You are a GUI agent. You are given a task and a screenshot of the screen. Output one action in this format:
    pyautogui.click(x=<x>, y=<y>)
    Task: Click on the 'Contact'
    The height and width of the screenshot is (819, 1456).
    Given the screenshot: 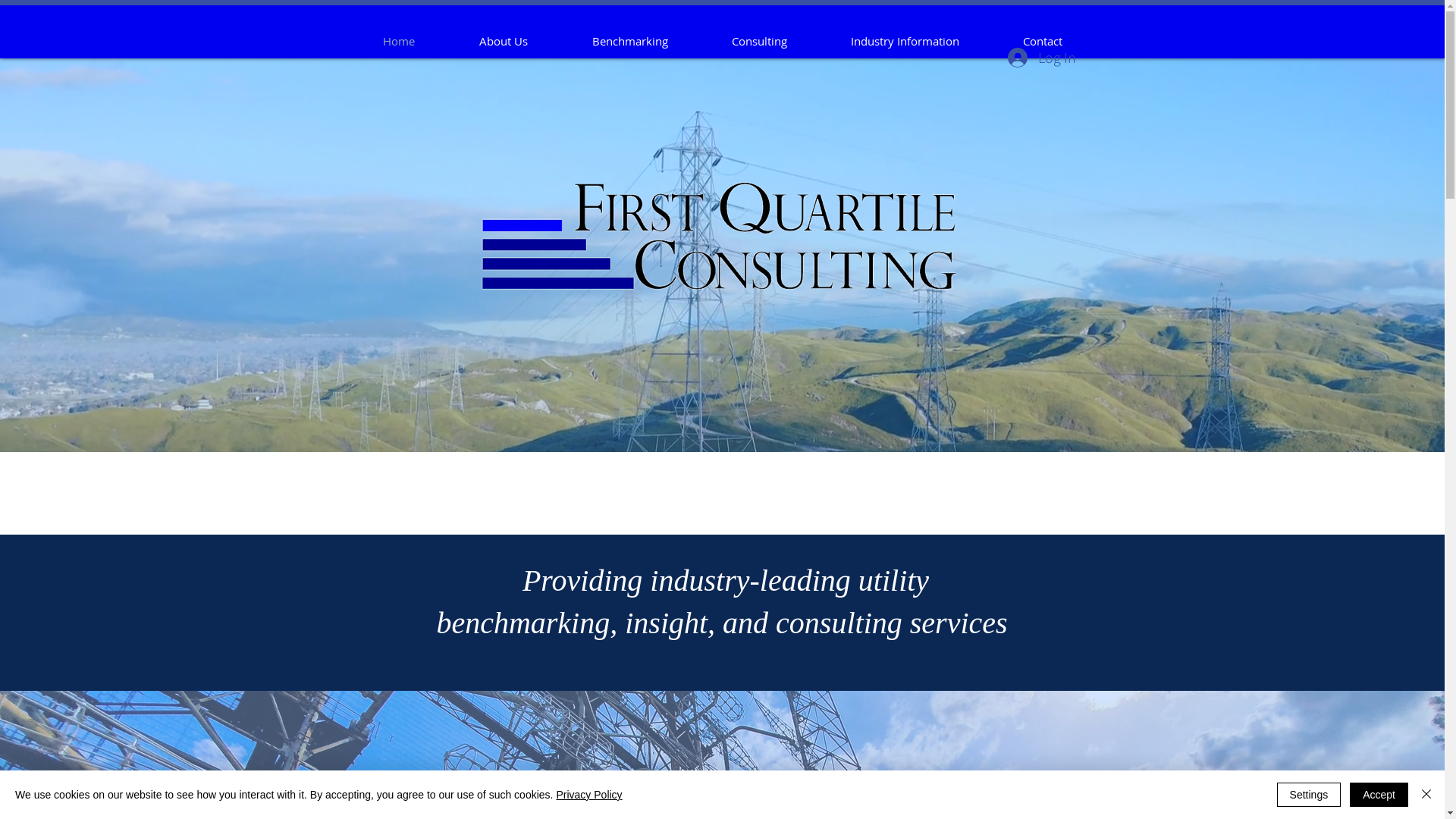 What is the action you would take?
    pyautogui.click(x=1040, y=40)
    